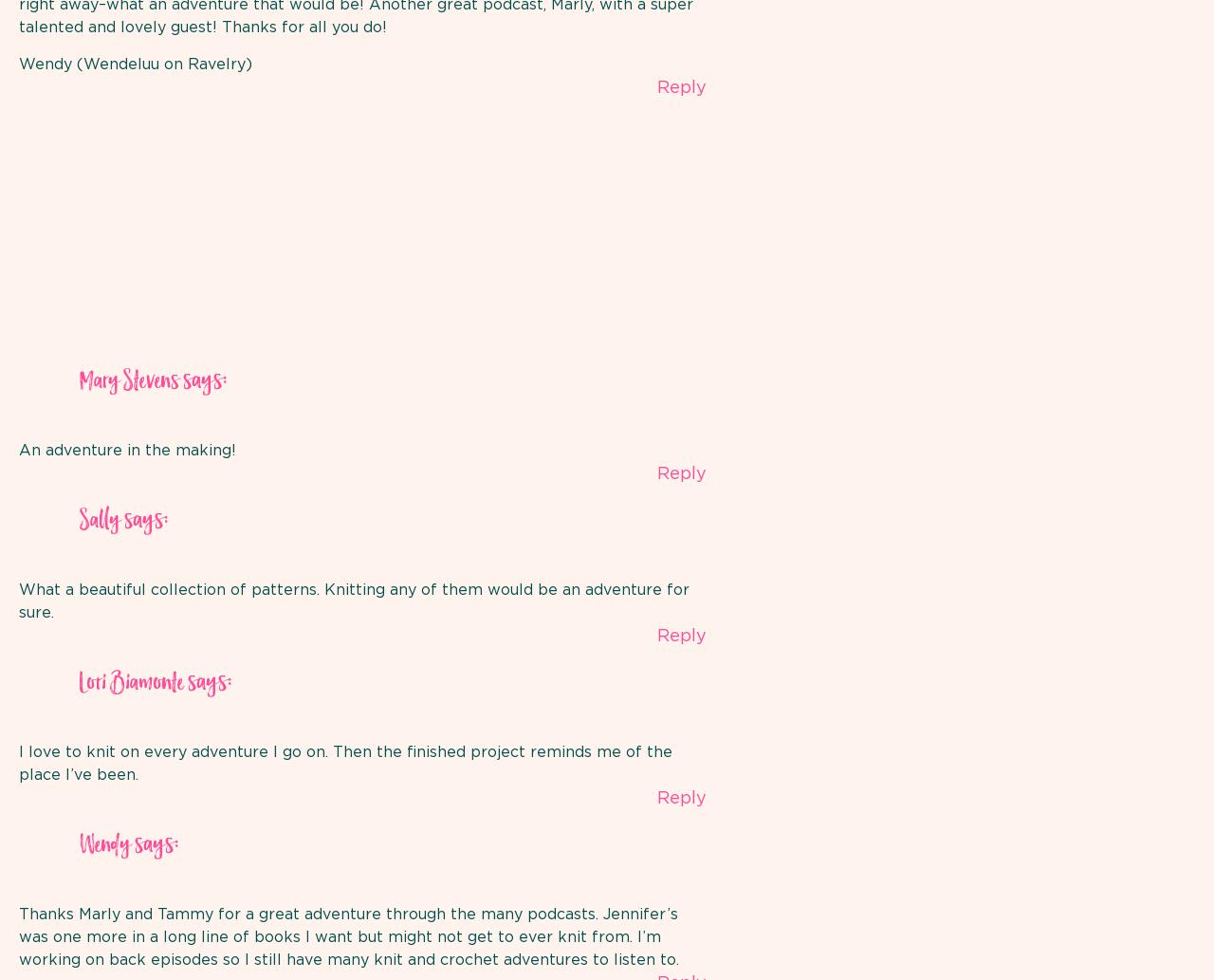 The width and height of the screenshot is (1214, 980). Describe the element at coordinates (103, 844) in the screenshot. I see `'Wendy'` at that location.